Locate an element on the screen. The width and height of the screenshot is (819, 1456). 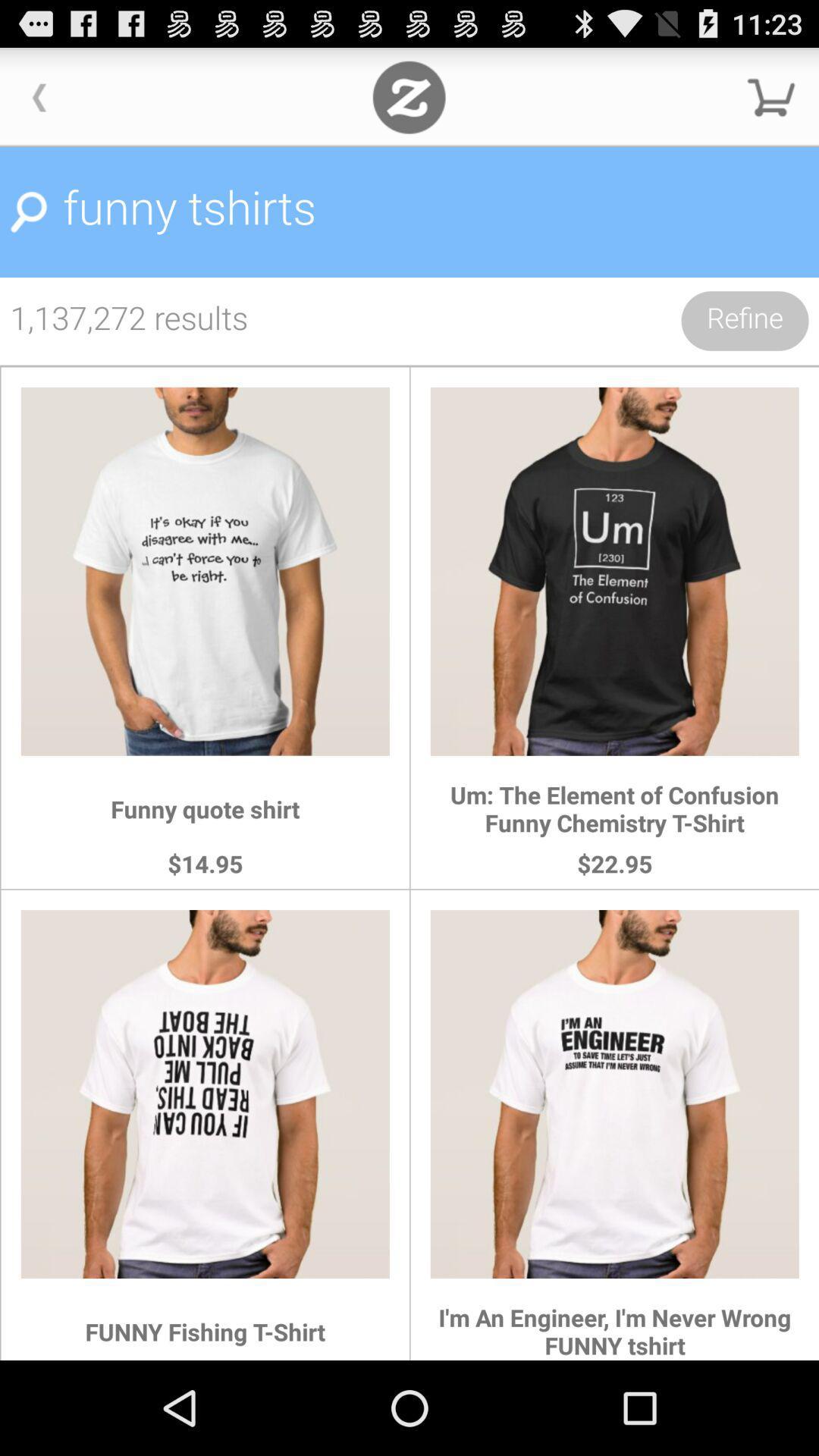
cart is located at coordinates (771, 96).